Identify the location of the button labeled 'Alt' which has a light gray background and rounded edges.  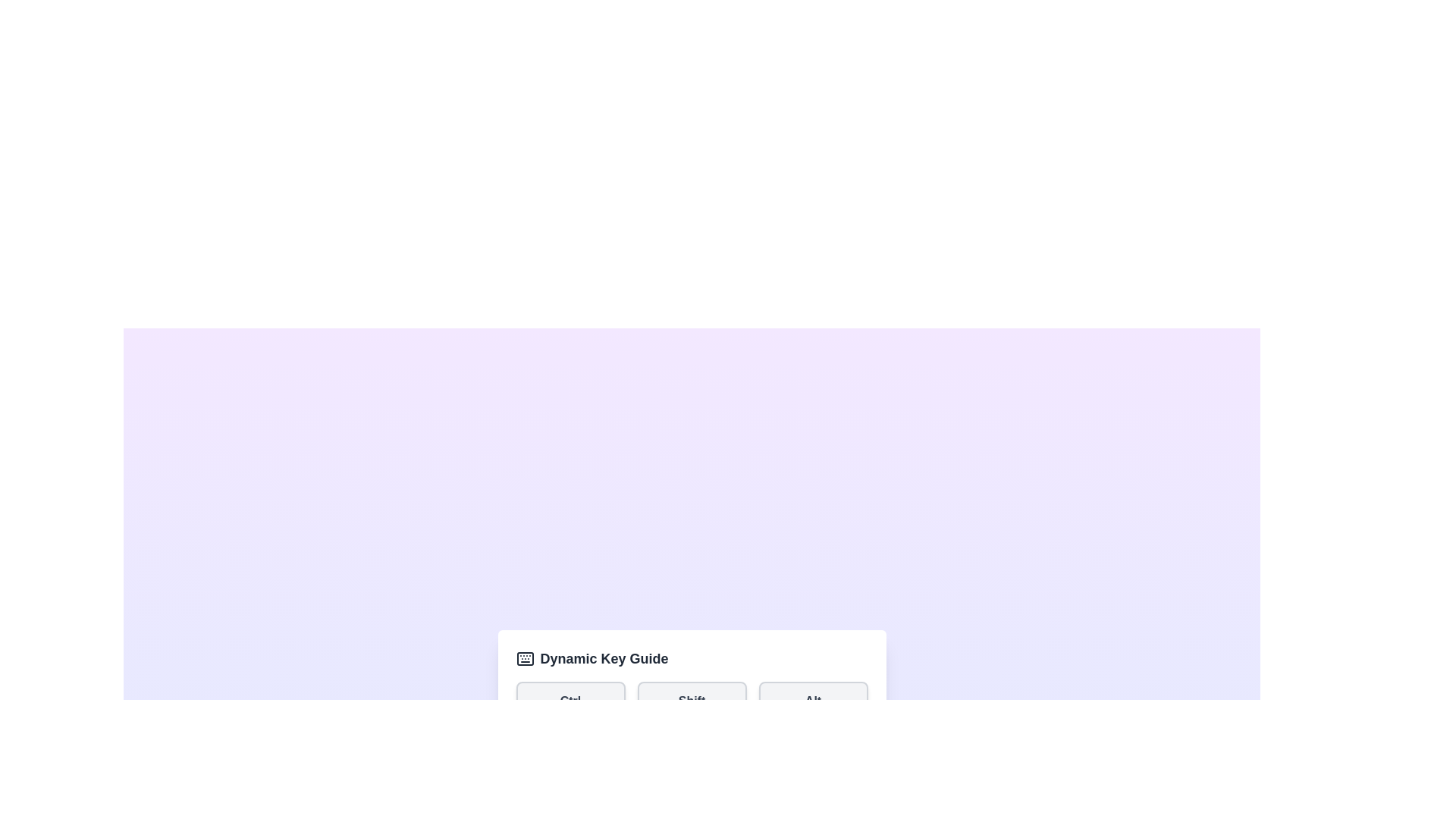
(812, 701).